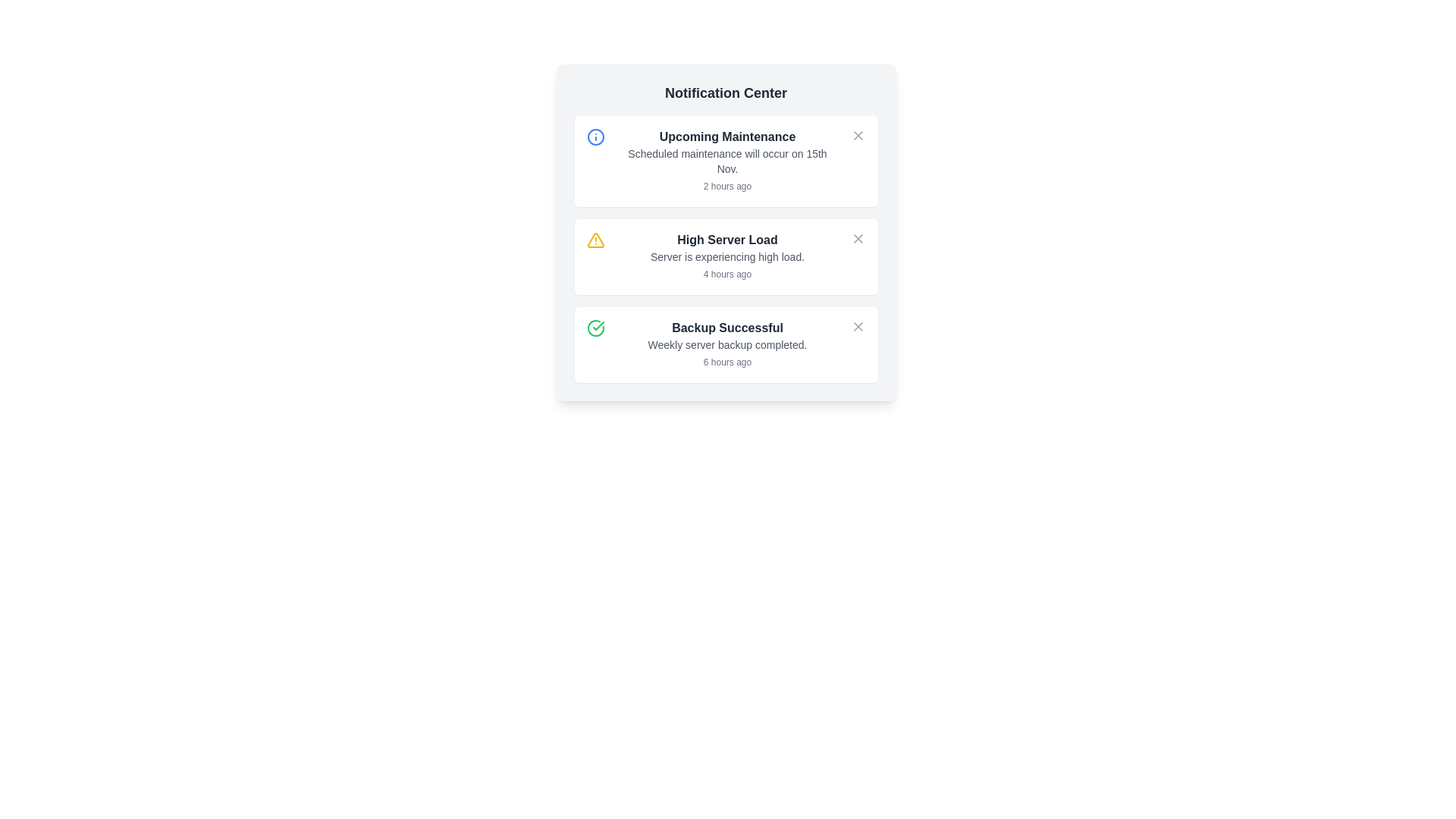 This screenshot has width=1456, height=819. What do you see at coordinates (858, 239) in the screenshot?
I see `the close icon in the middle notification card titled 'High Server Load', which is positioned on the far right and vertically centered within the card` at bounding box center [858, 239].